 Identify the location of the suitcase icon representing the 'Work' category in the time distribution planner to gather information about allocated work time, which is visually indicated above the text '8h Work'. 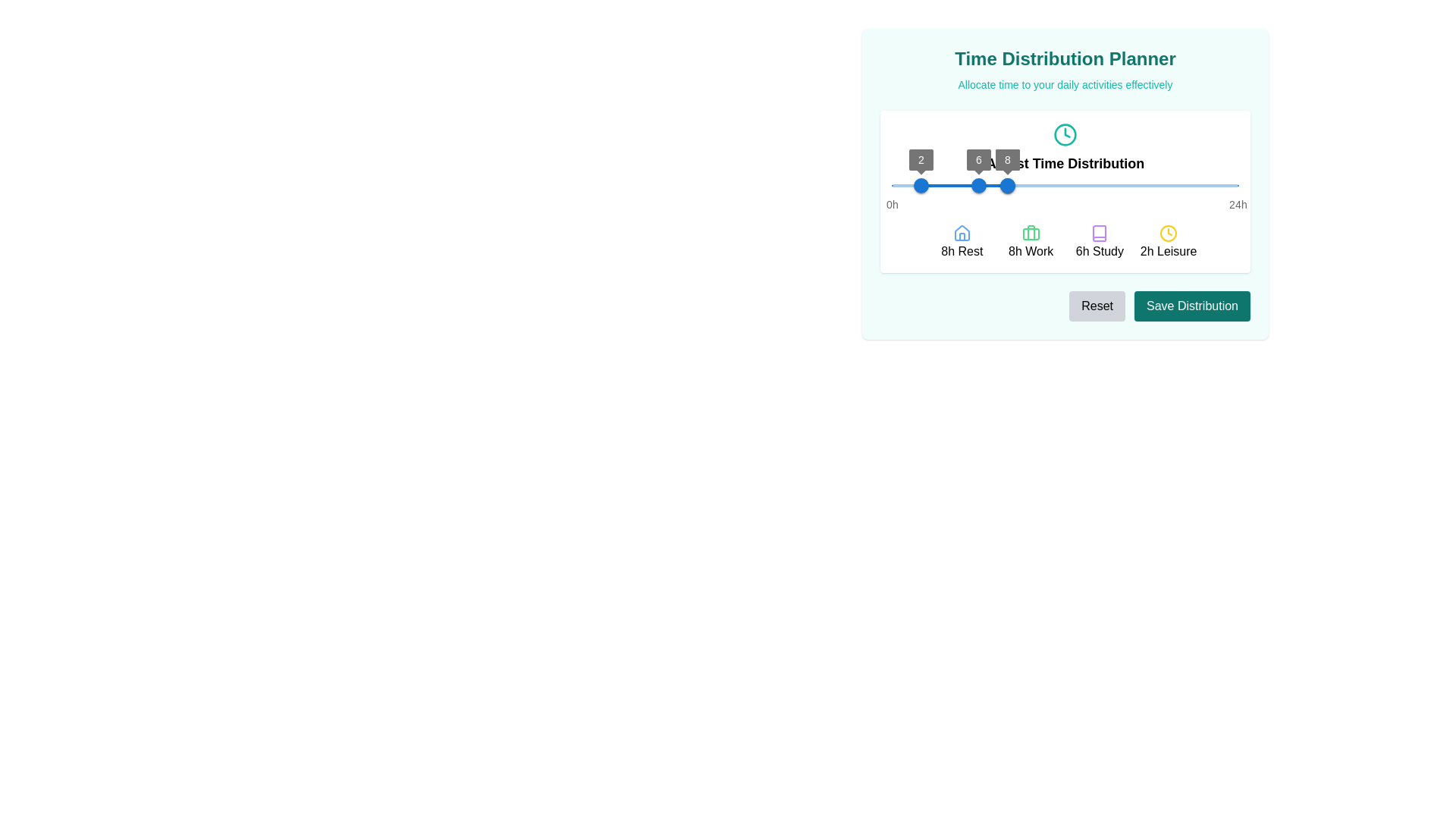
(1031, 234).